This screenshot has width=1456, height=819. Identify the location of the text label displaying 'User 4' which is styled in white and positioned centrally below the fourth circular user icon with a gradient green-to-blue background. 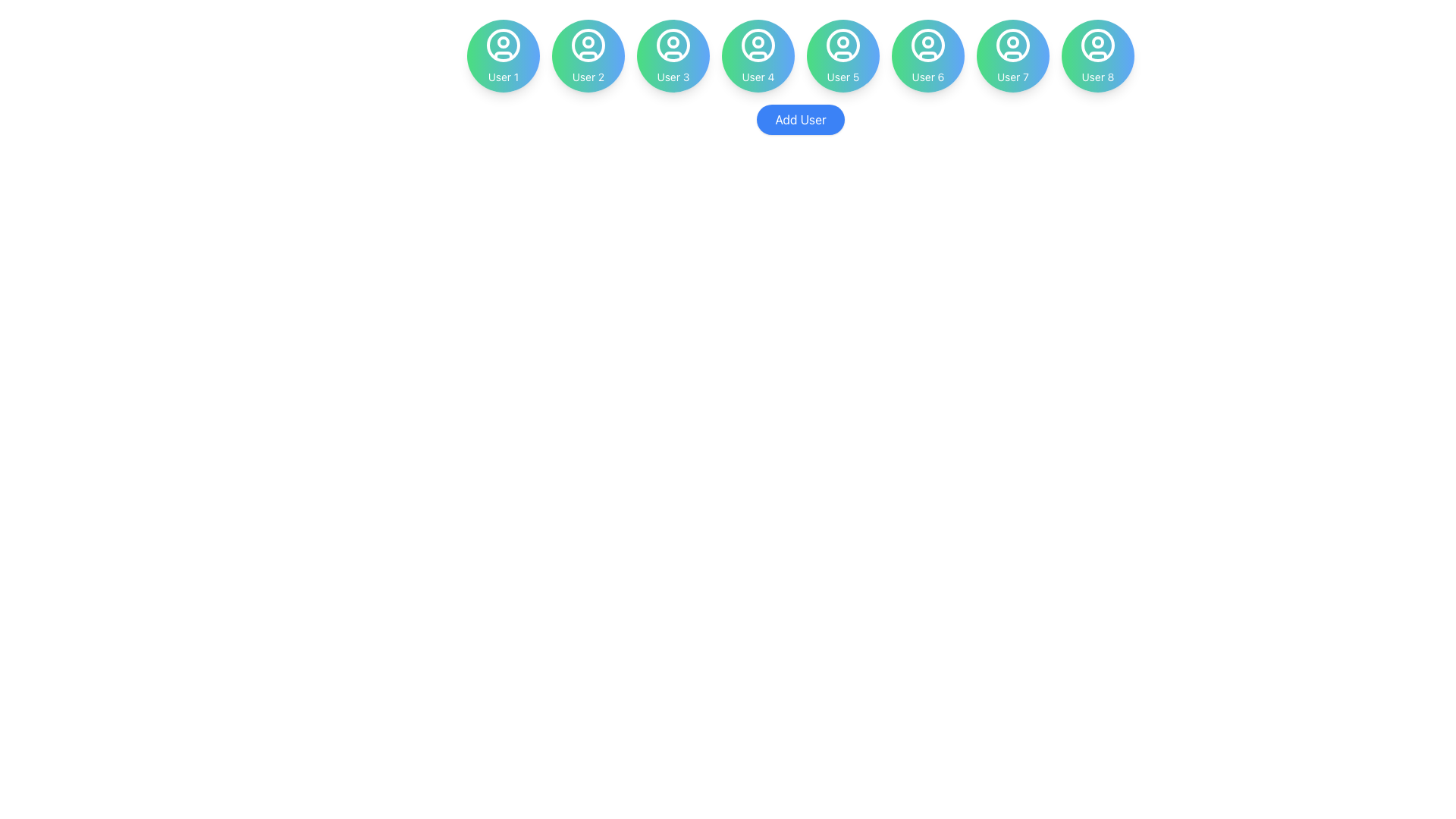
(758, 77).